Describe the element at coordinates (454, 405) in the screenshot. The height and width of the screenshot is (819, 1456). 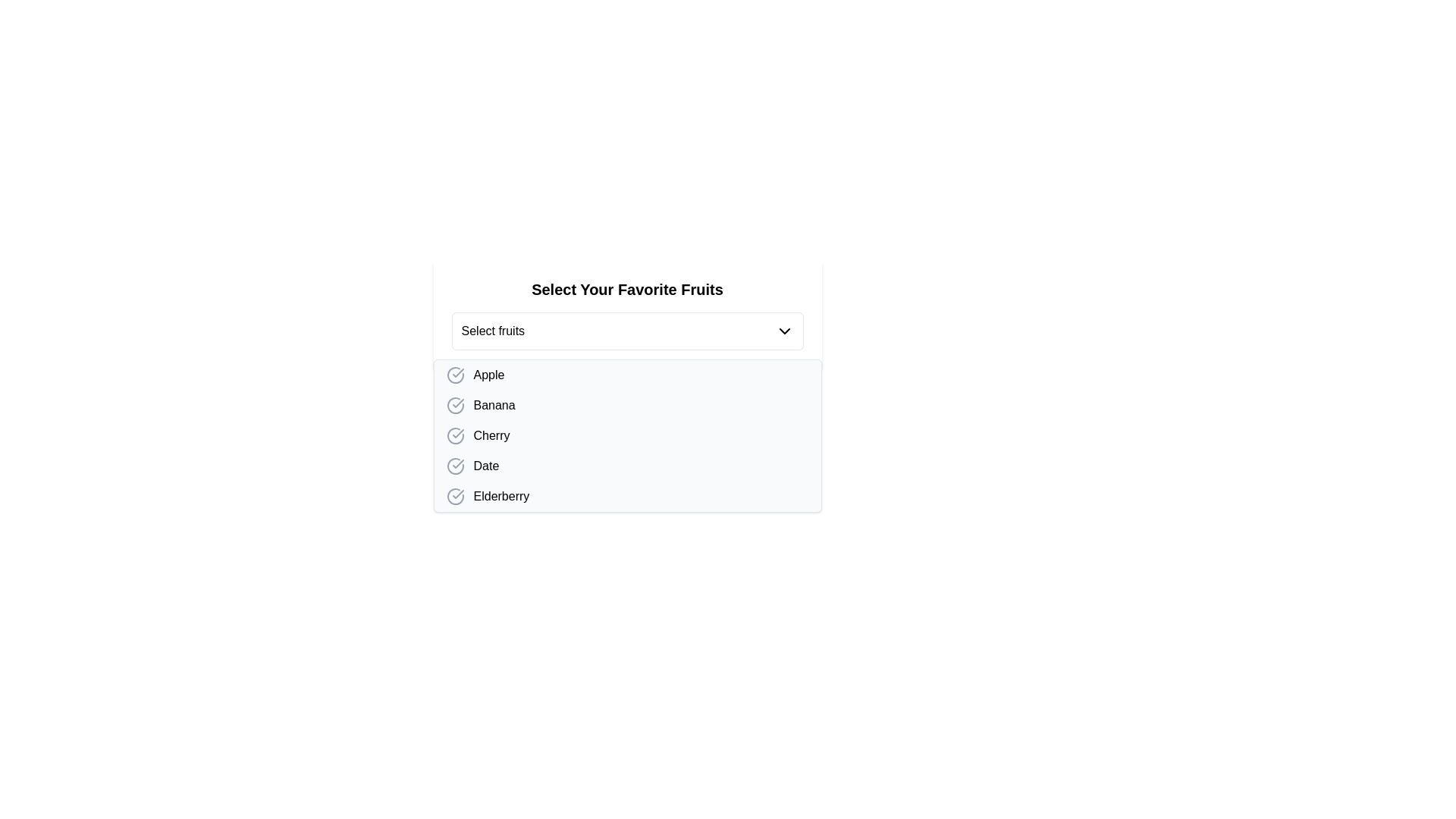
I see `the circular gray icon with a checkmark inside, located to the left of the text 'Banana' in the selectable items list` at that location.